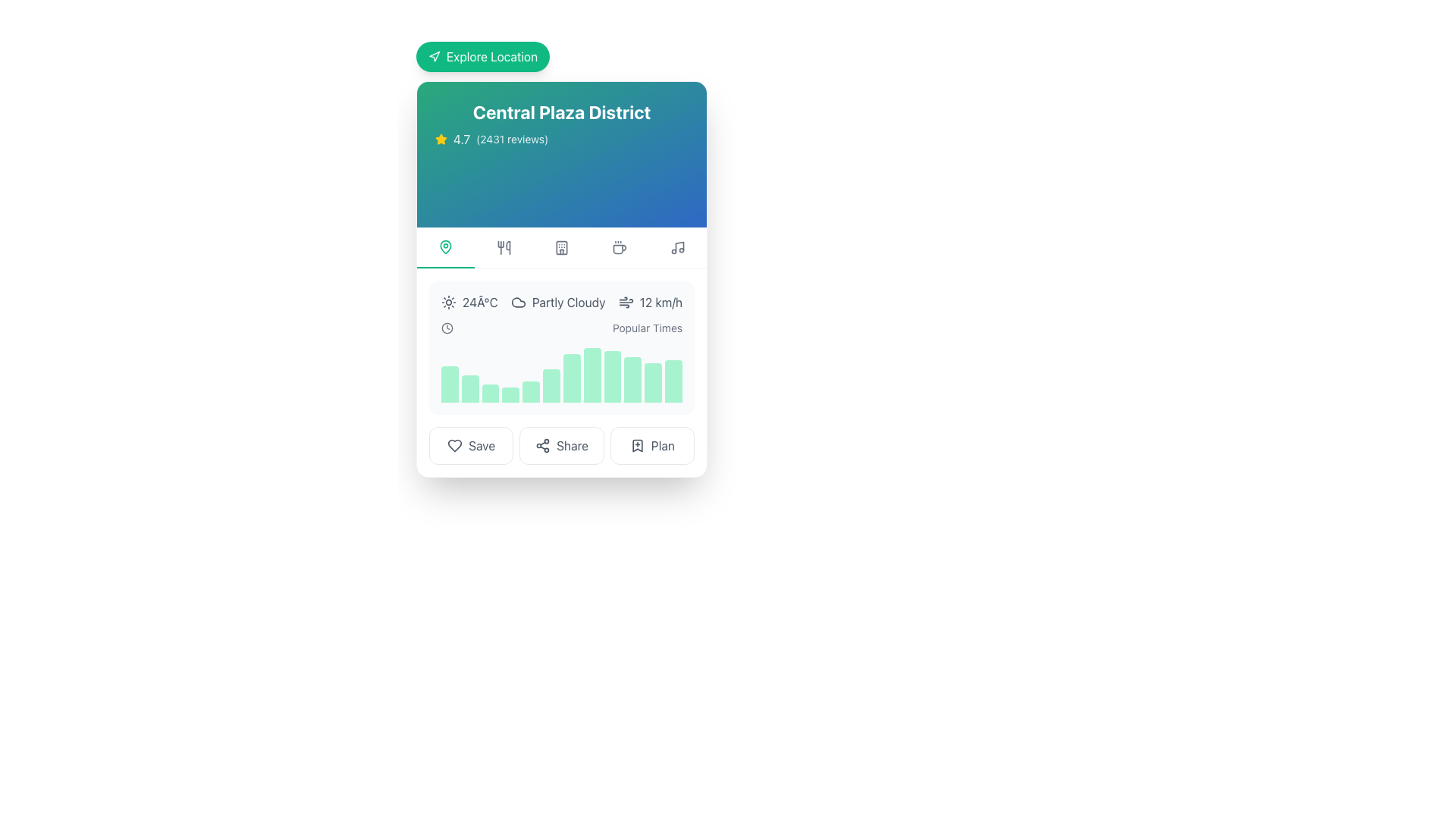 This screenshot has height=819, width=1456. What do you see at coordinates (560, 140) in the screenshot?
I see `the Rating display element` at bounding box center [560, 140].